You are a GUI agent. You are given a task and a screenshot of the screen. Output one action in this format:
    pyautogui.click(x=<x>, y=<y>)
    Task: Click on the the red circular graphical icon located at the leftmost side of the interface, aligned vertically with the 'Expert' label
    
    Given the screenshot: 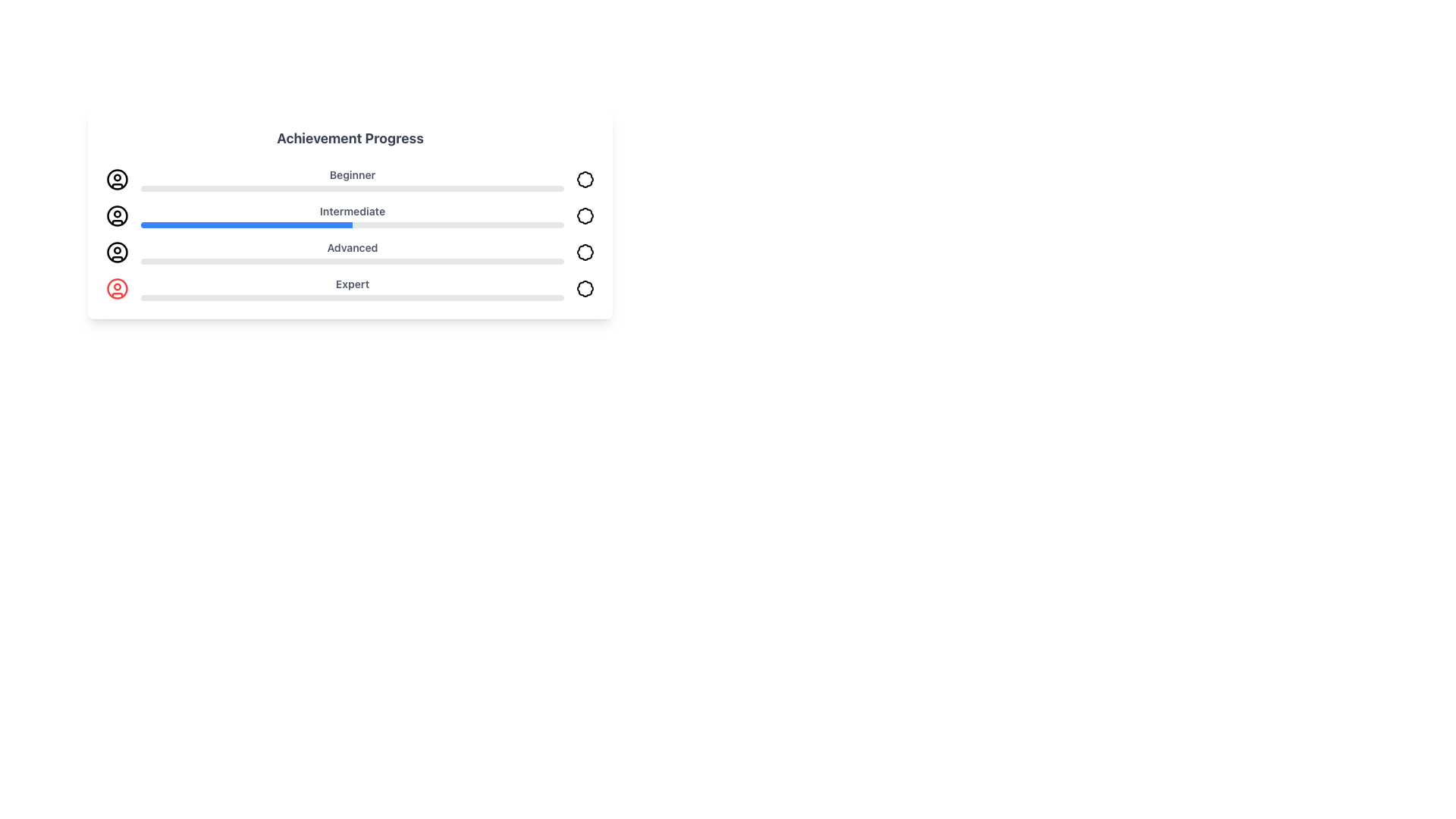 What is the action you would take?
    pyautogui.click(x=116, y=289)
    